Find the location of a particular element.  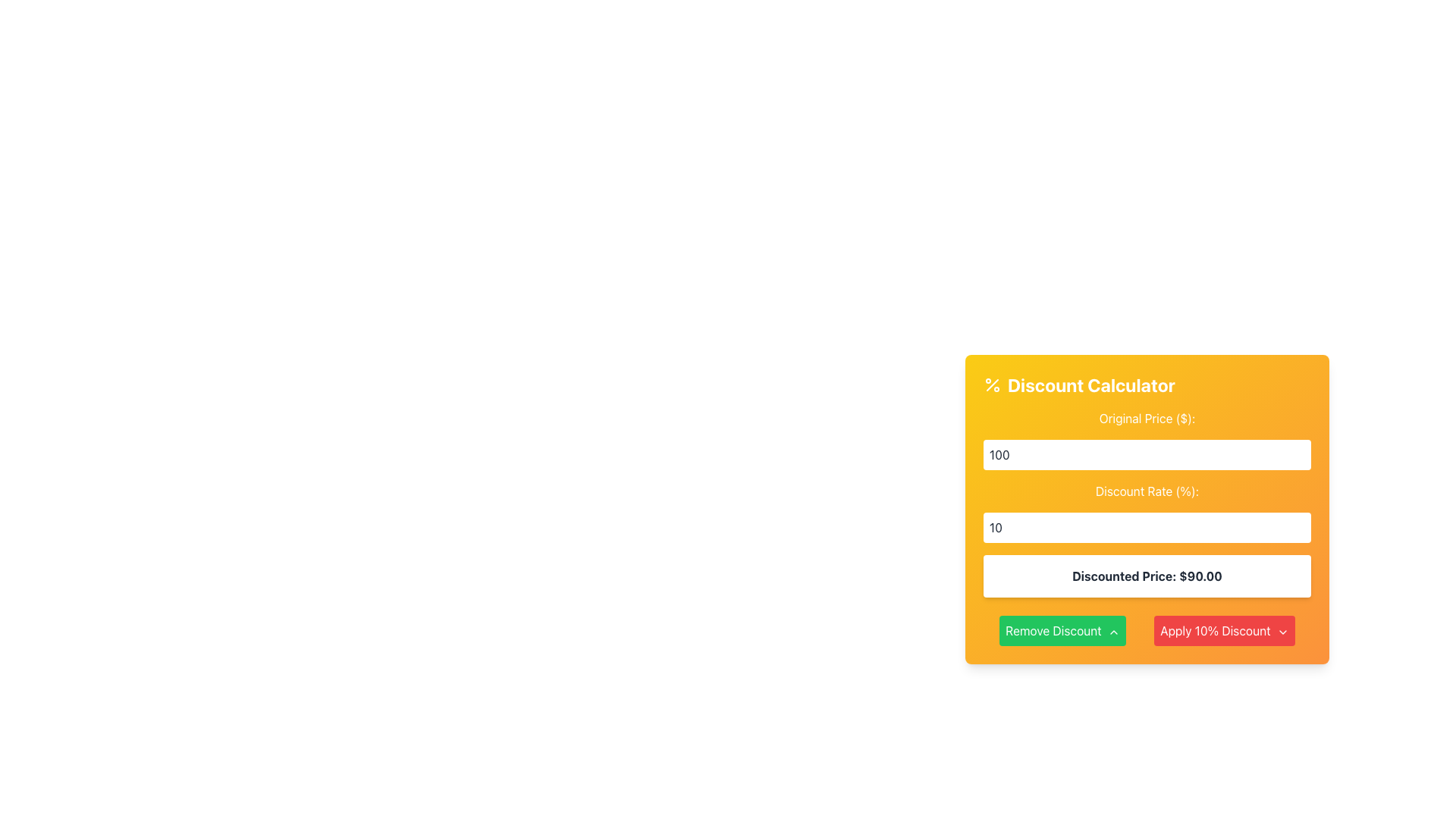

the decorative icon located at the top-left corner of the header section, which is positioned to the left of the title text 'Discount Calculator' is located at coordinates (993, 384).